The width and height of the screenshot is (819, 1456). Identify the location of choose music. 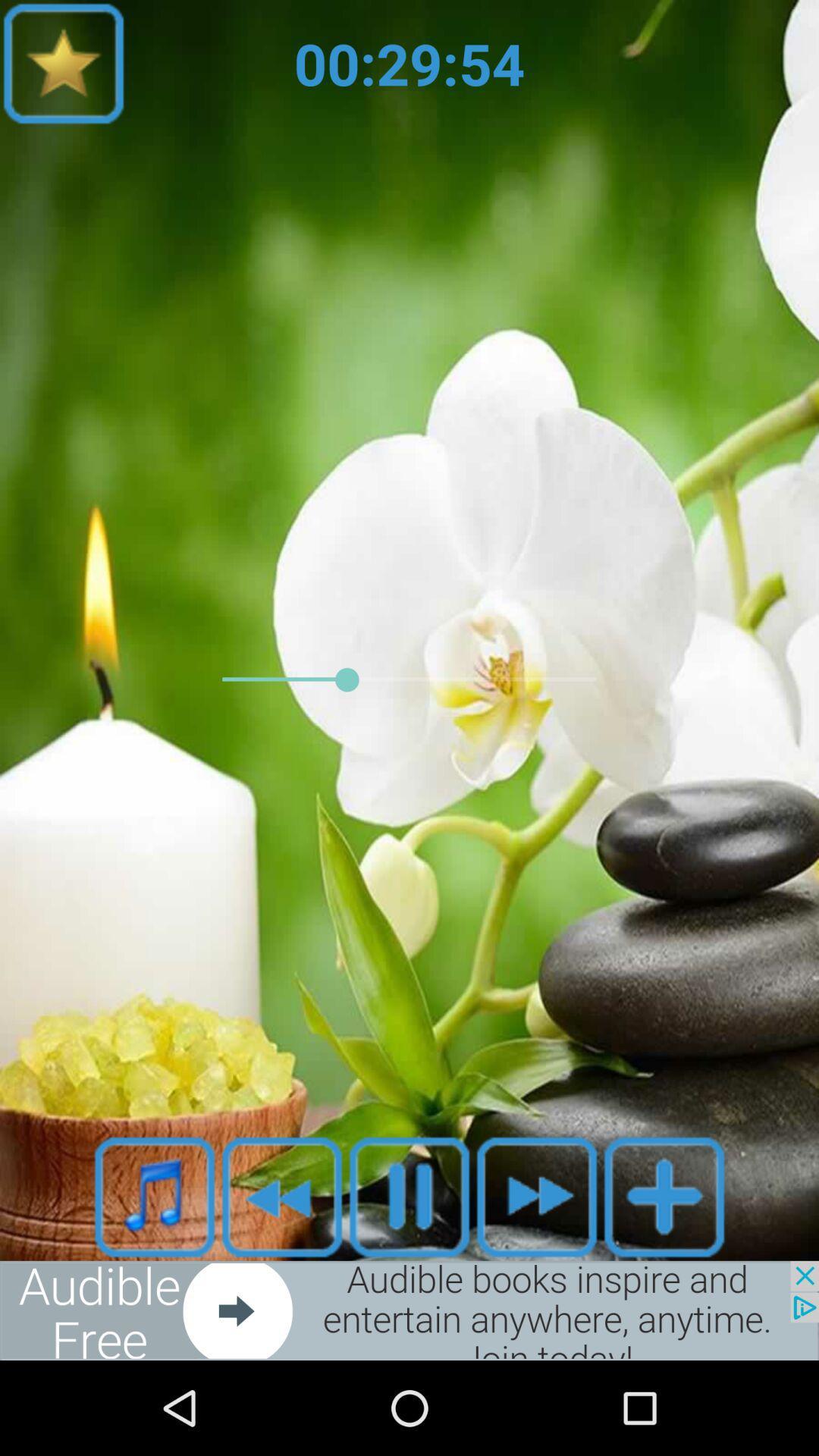
(155, 1196).